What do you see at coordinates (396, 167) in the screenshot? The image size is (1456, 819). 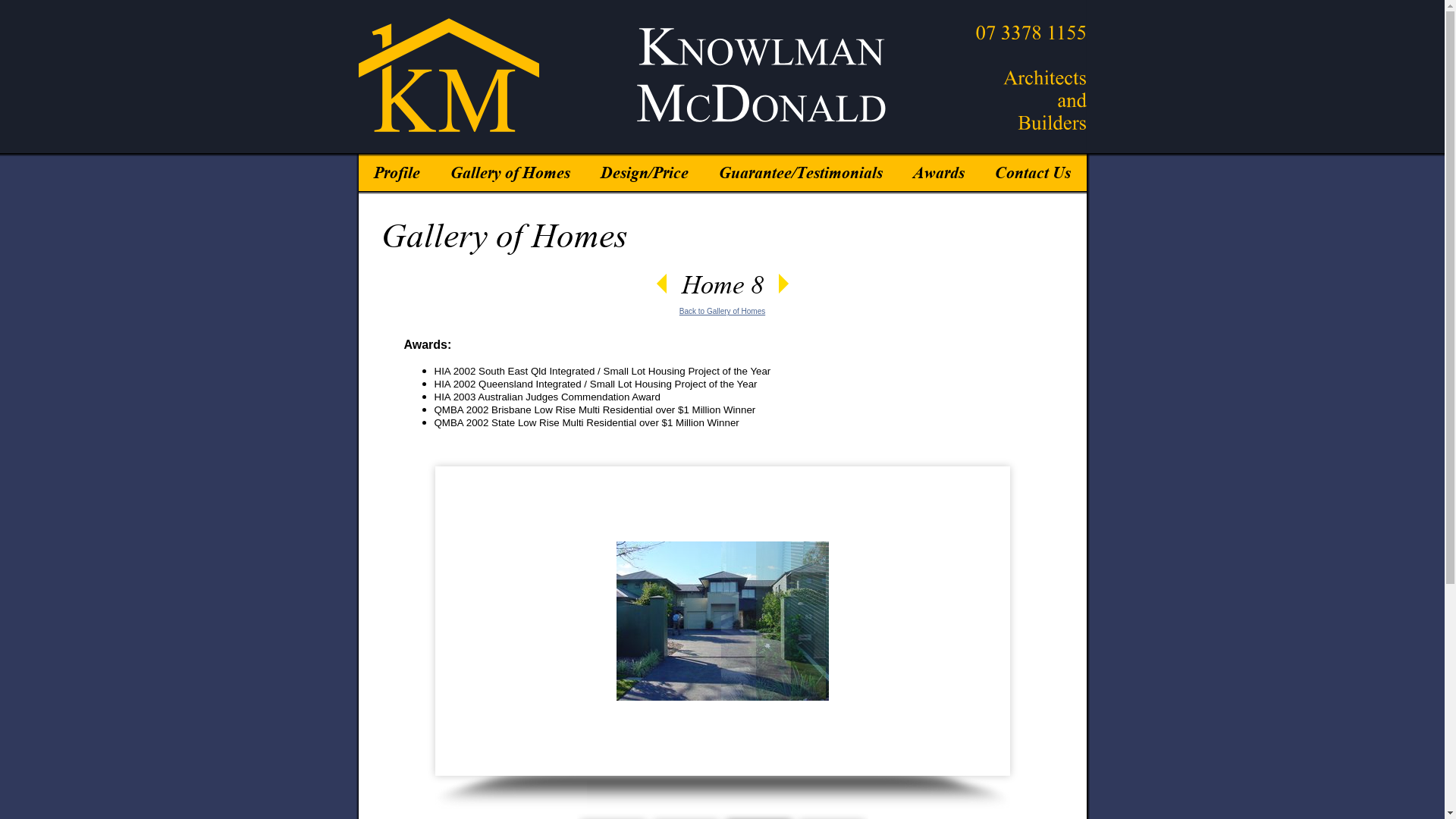 I see `'Profile'` at bounding box center [396, 167].